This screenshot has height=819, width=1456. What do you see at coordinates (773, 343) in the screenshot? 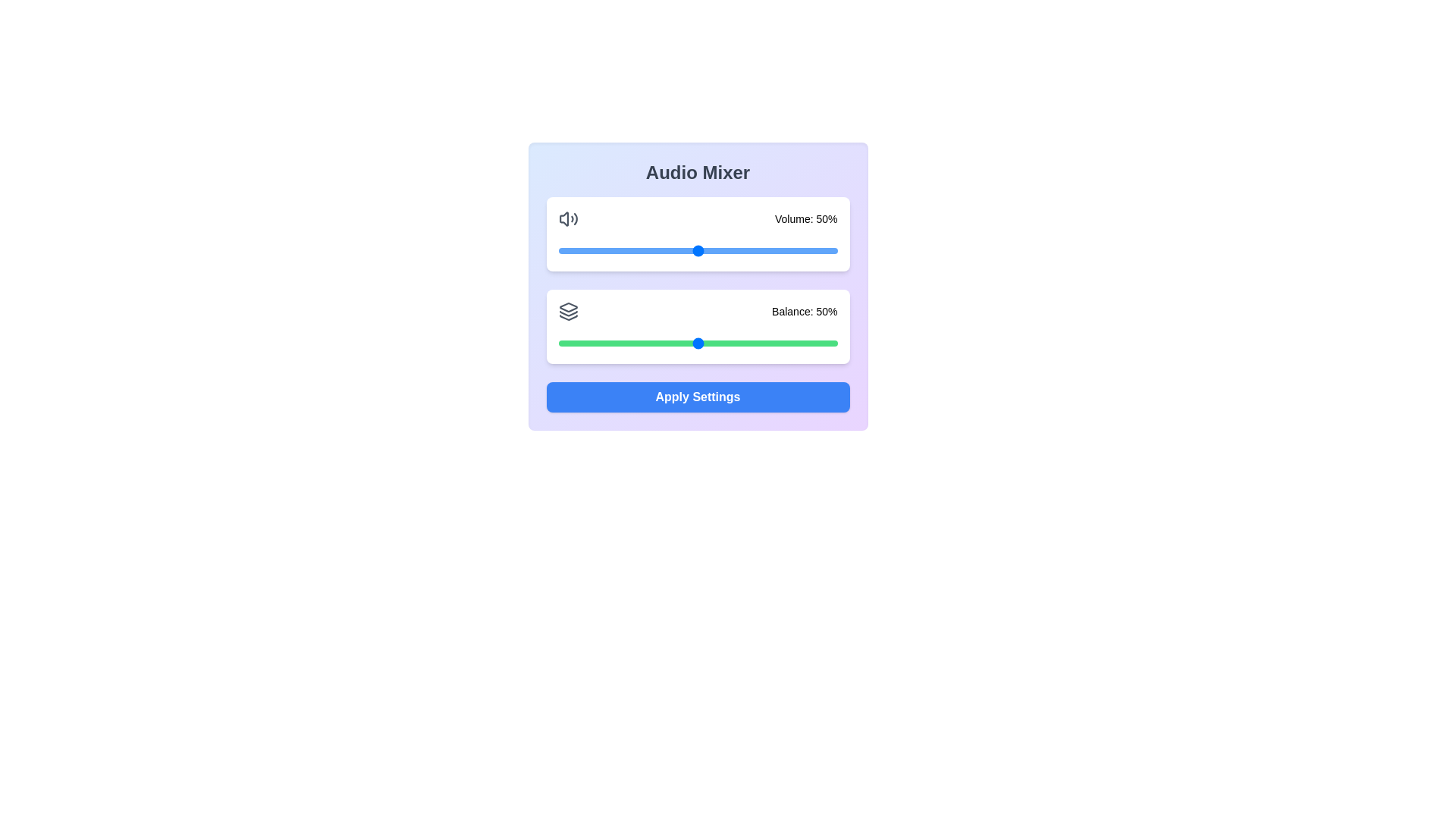
I see `the balance to 77% by interacting with the slider` at bounding box center [773, 343].